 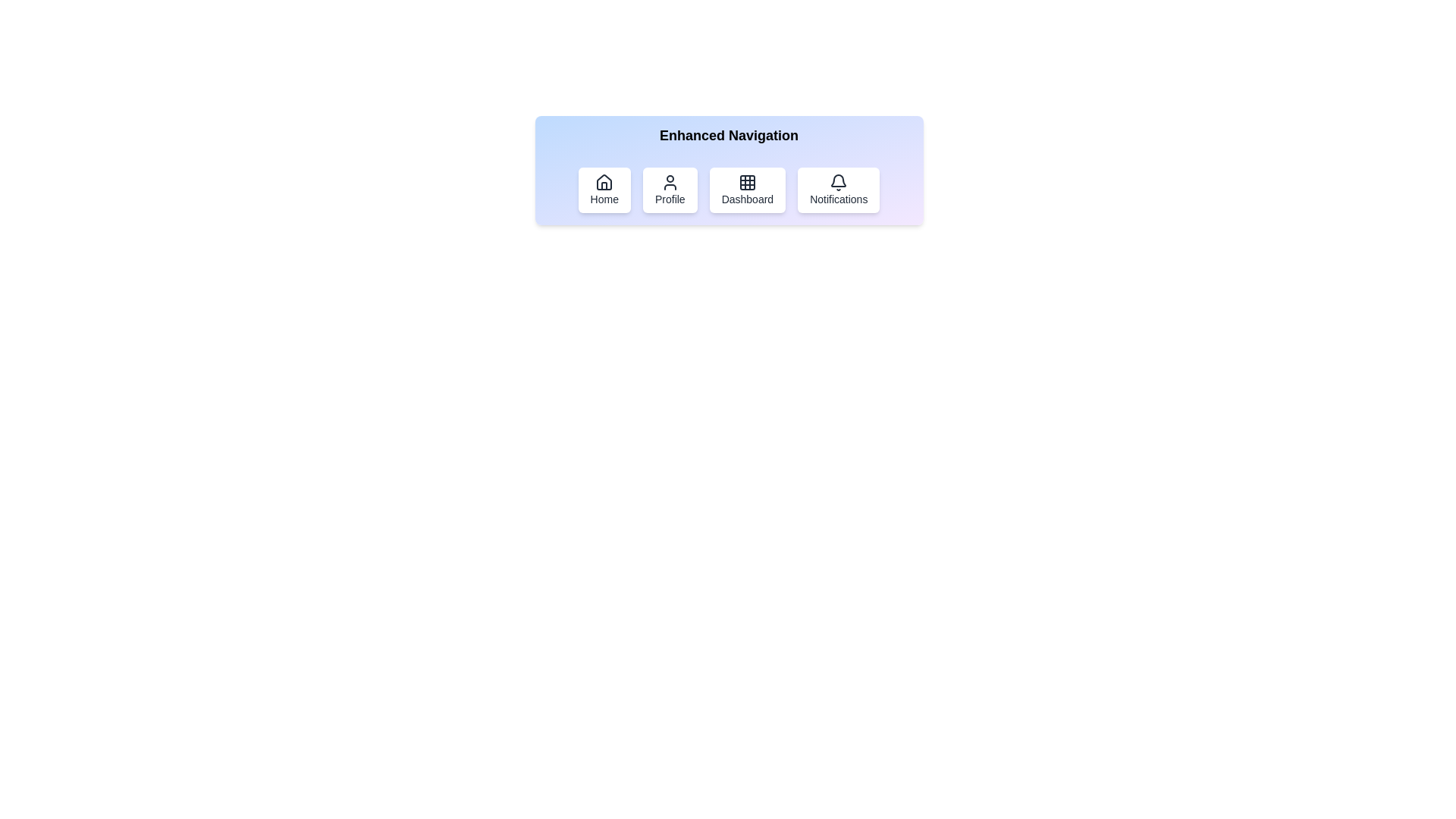 What do you see at coordinates (838, 181) in the screenshot?
I see `the notification icon located at the top-right corner of the navigation bar, which is labeled 'Notifications'` at bounding box center [838, 181].